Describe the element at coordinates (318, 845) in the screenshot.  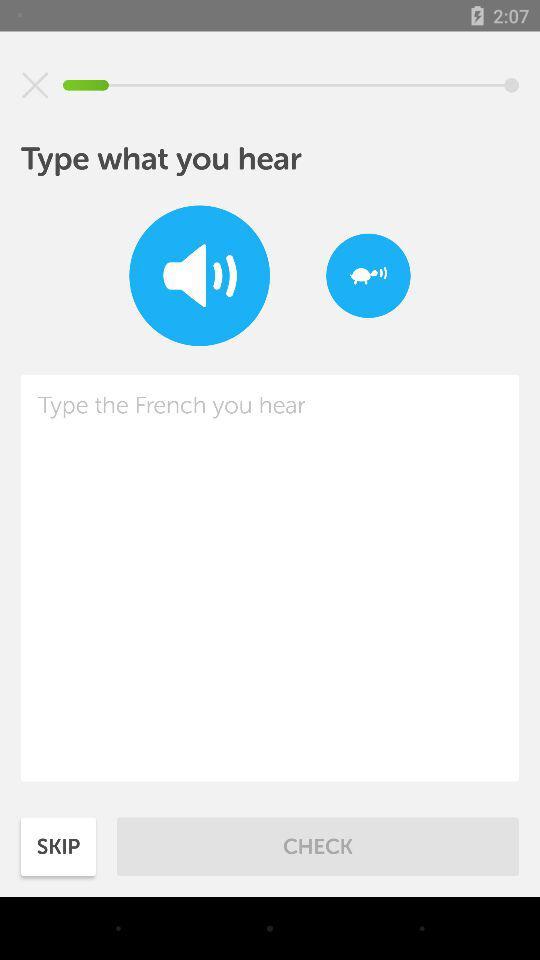
I see `the icon to the right of skip item` at that location.